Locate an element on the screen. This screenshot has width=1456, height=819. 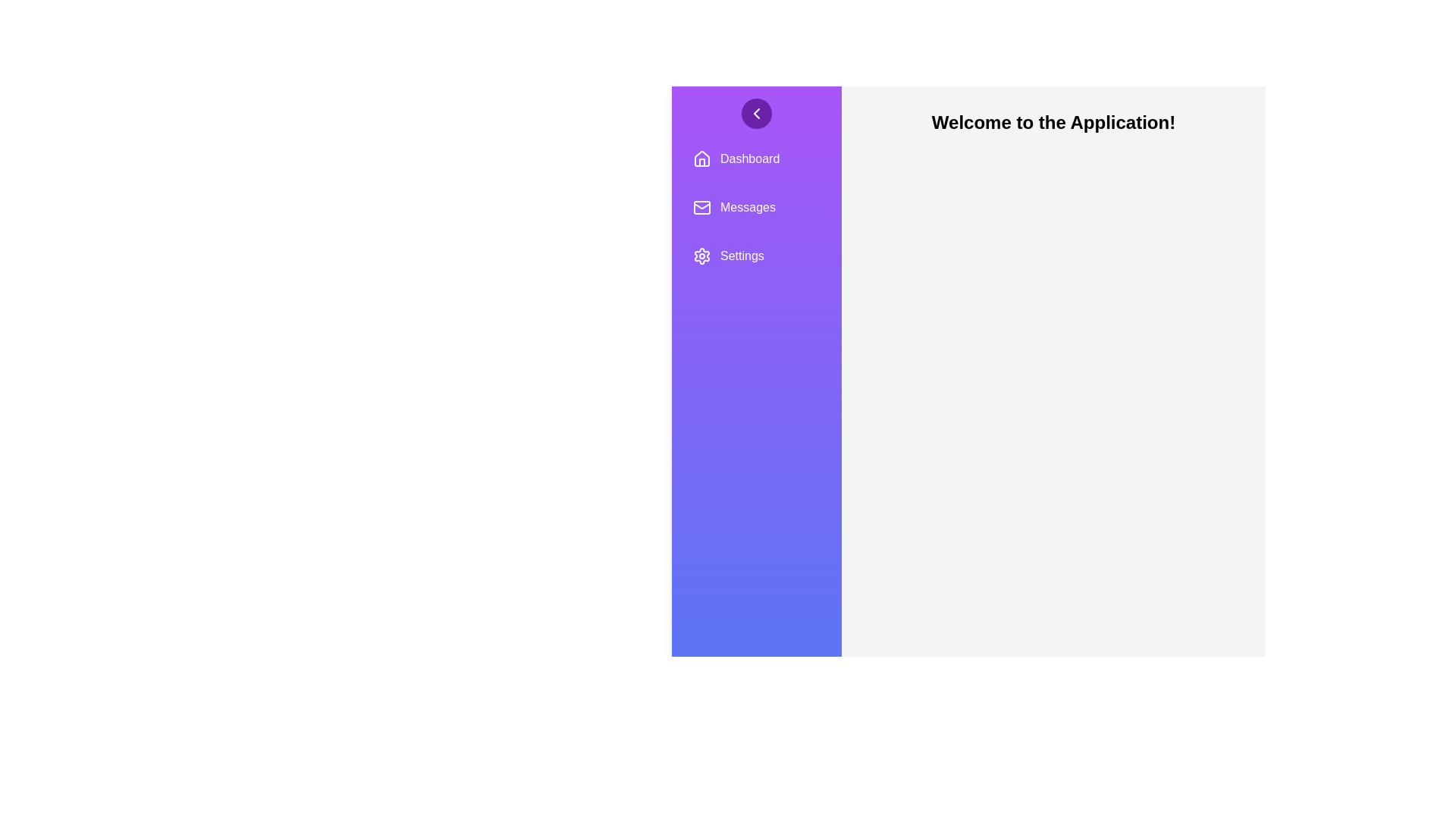
the house icon located at the top-left area of the vertical navigation menu, which features a purple gradient background and includes a triangular roof and square walls is located at coordinates (701, 158).